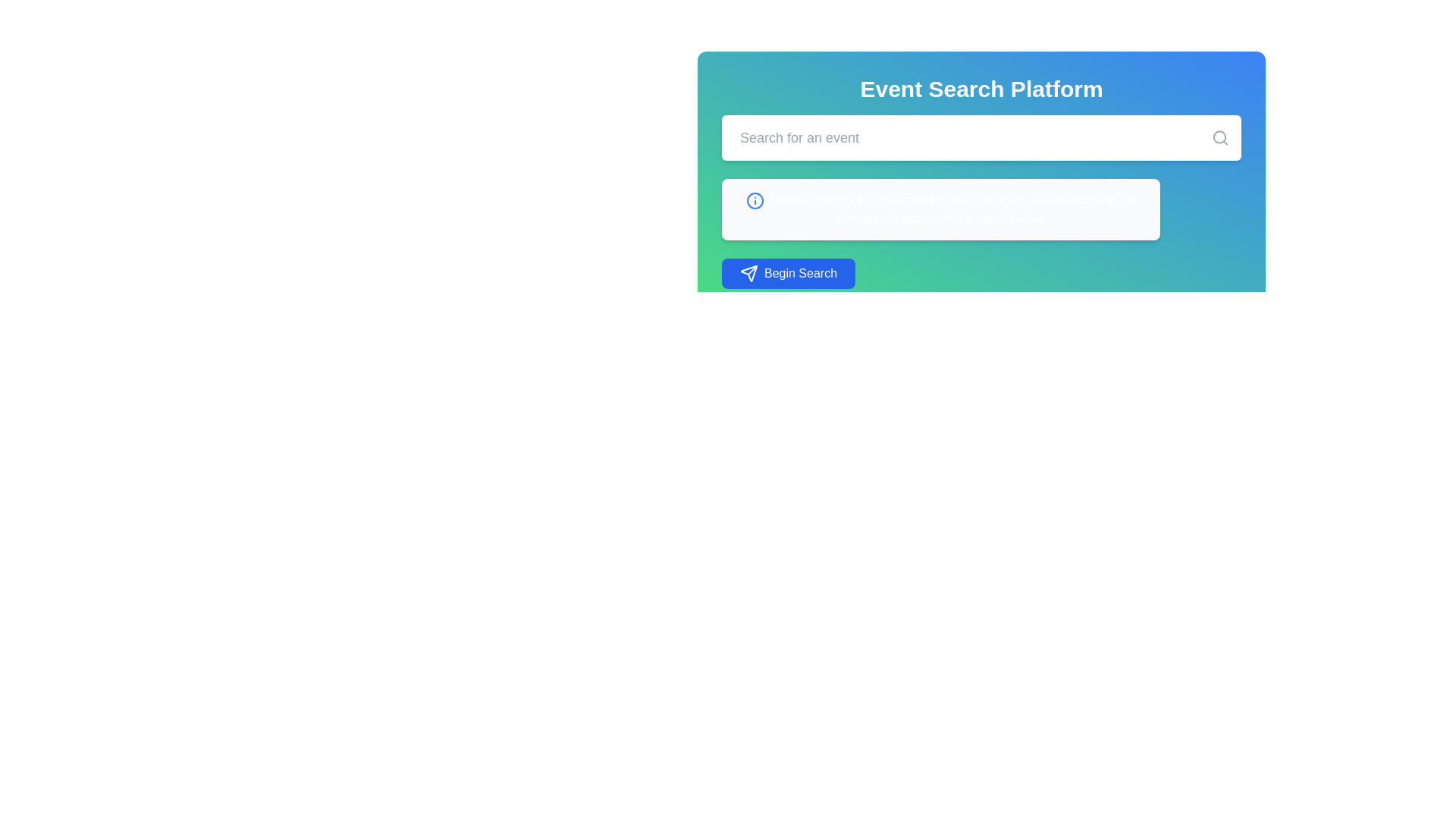  What do you see at coordinates (749, 273) in the screenshot?
I see `the graphical representation of the send action icon, which is a triangular shape with thin stroke lines, located within the 'Begin Search' button at the bottom of the central event search panel` at bounding box center [749, 273].